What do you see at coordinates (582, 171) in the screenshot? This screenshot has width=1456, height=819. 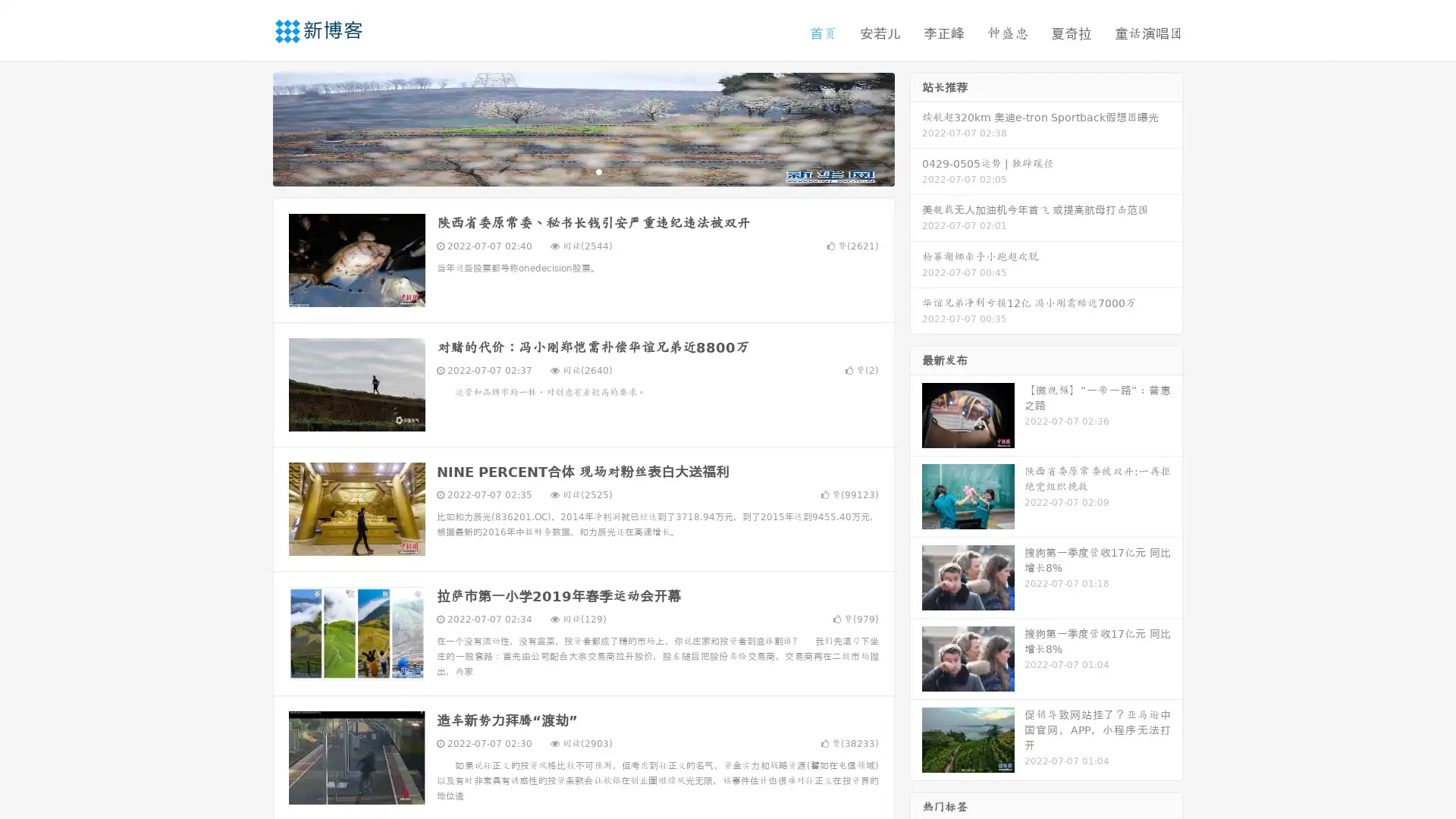 I see `Go to slide 2` at bounding box center [582, 171].